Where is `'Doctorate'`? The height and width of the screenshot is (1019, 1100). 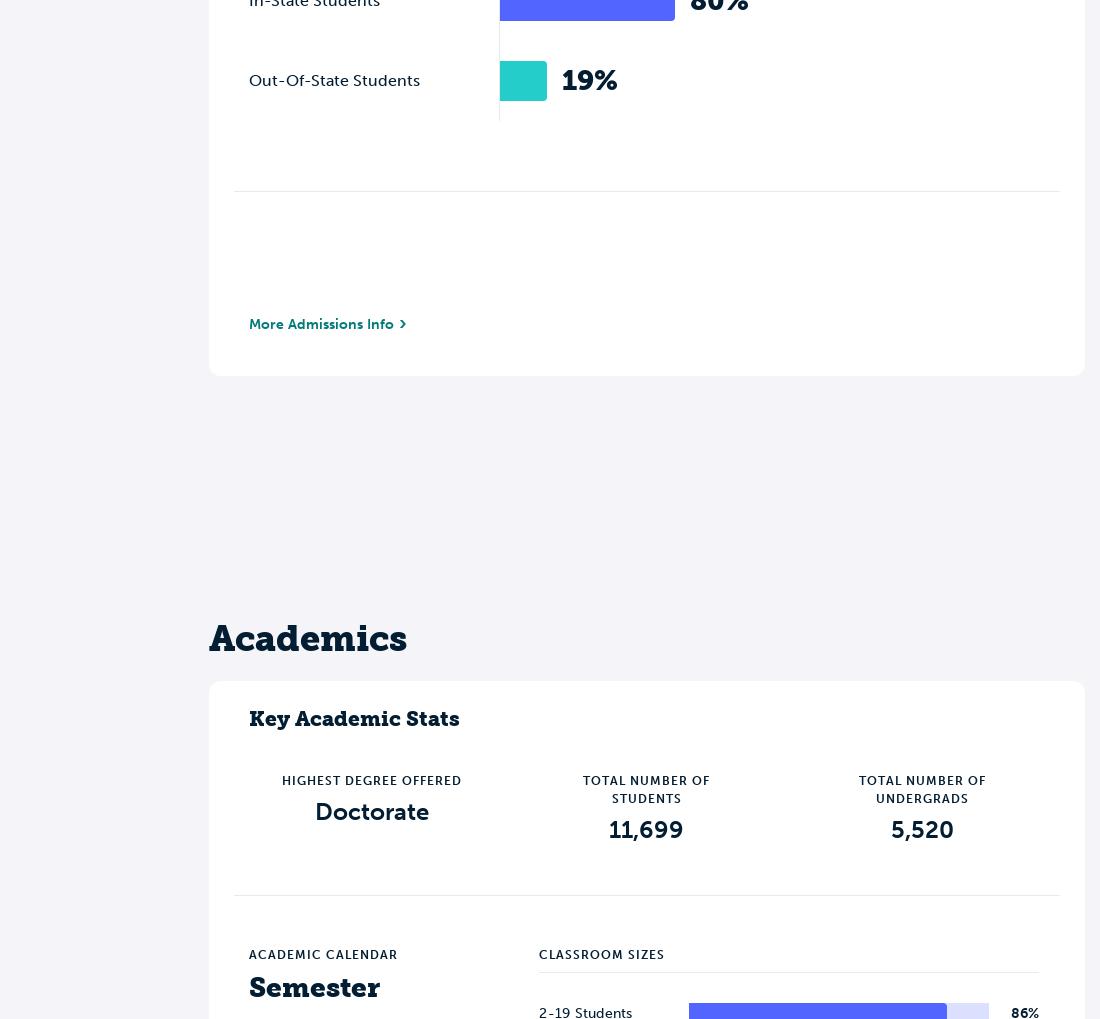
'Doctorate' is located at coordinates (371, 810).